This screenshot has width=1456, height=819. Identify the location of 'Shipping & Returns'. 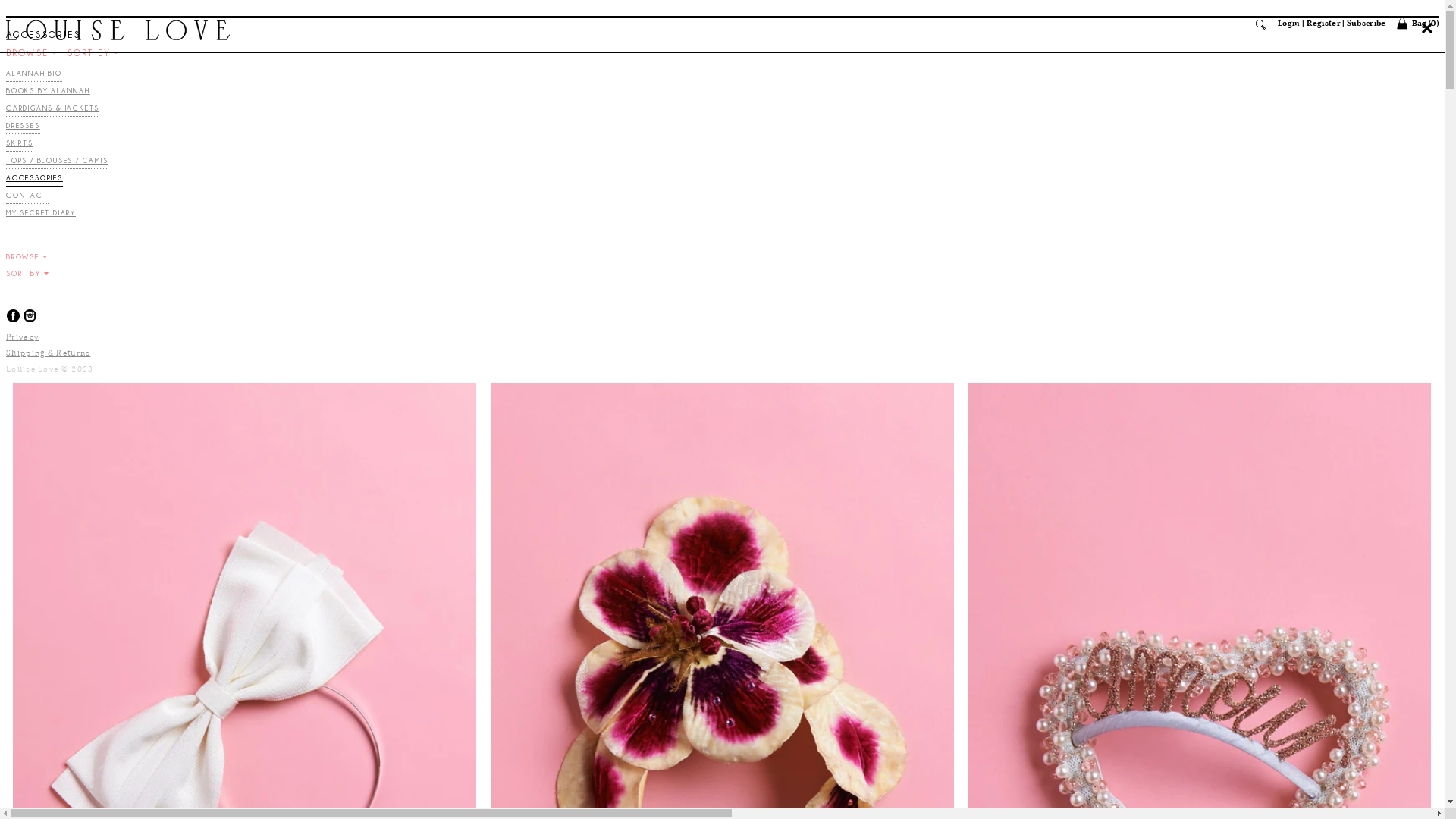
(48, 353).